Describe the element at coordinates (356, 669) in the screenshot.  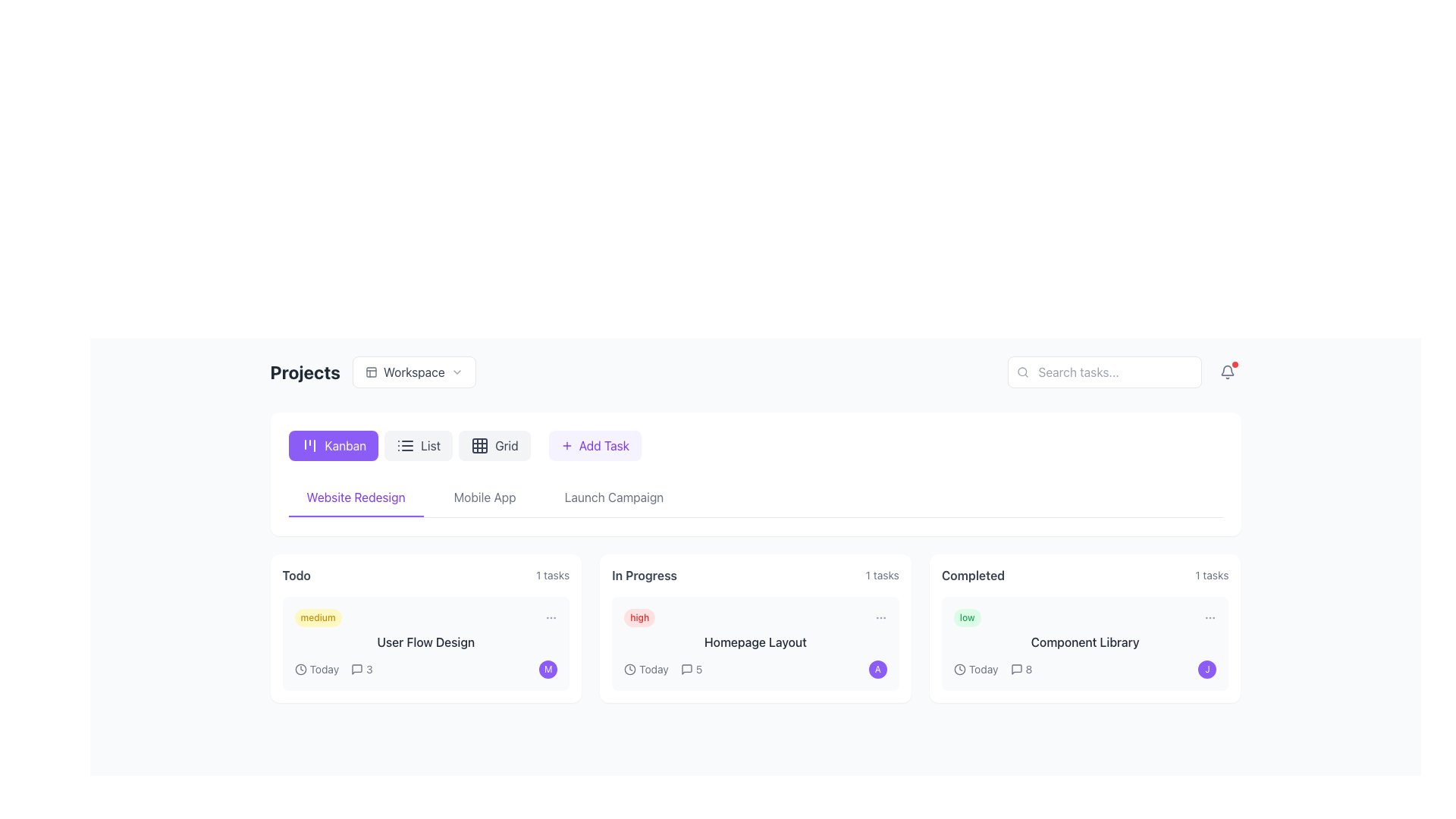
I see `the small square-shaped speech bubble icon located in the 'To Do' section, underneath the 'User Flow Design' task card` at that location.